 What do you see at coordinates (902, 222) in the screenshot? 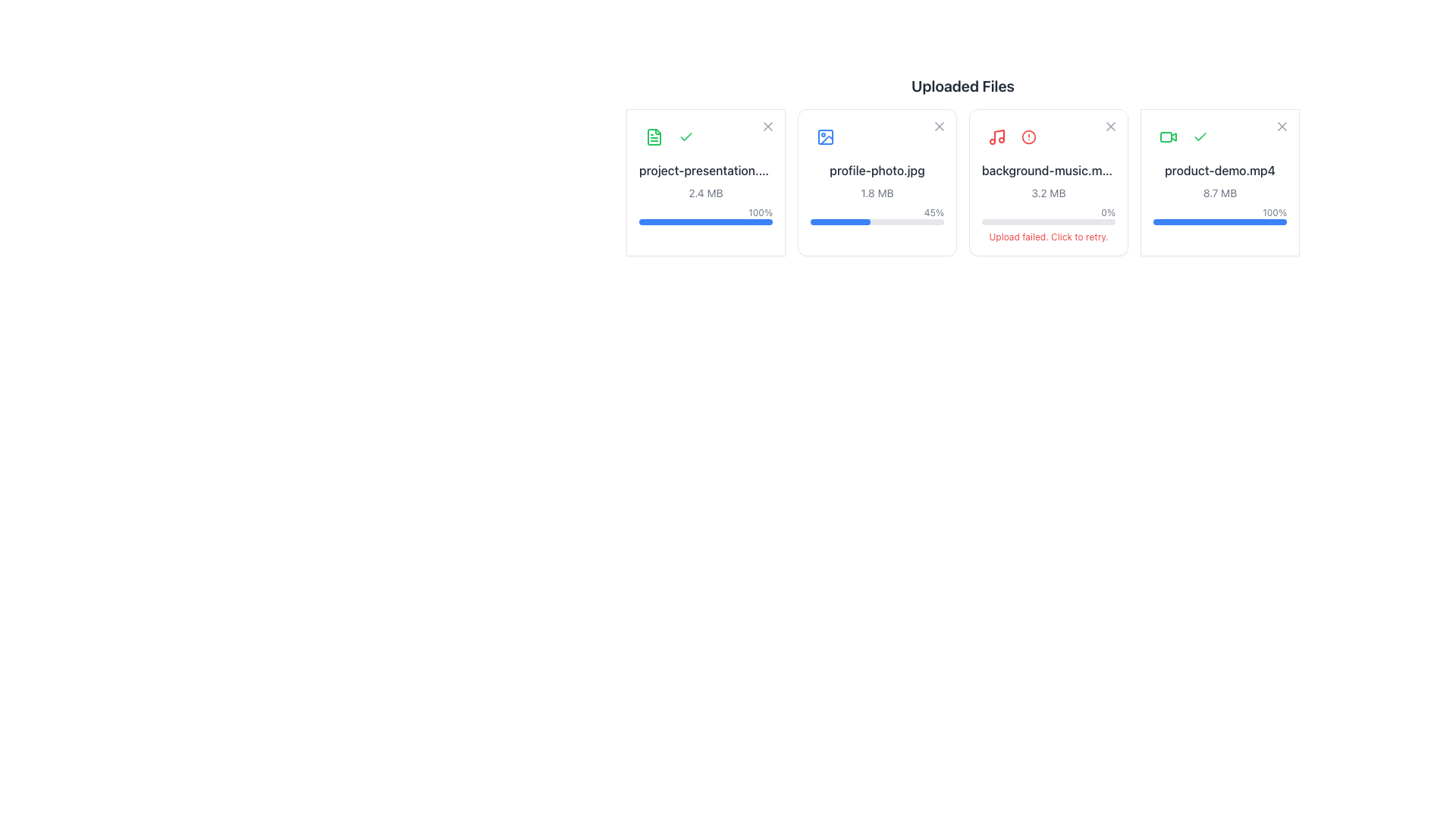
I see `progress bar value` at bounding box center [902, 222].